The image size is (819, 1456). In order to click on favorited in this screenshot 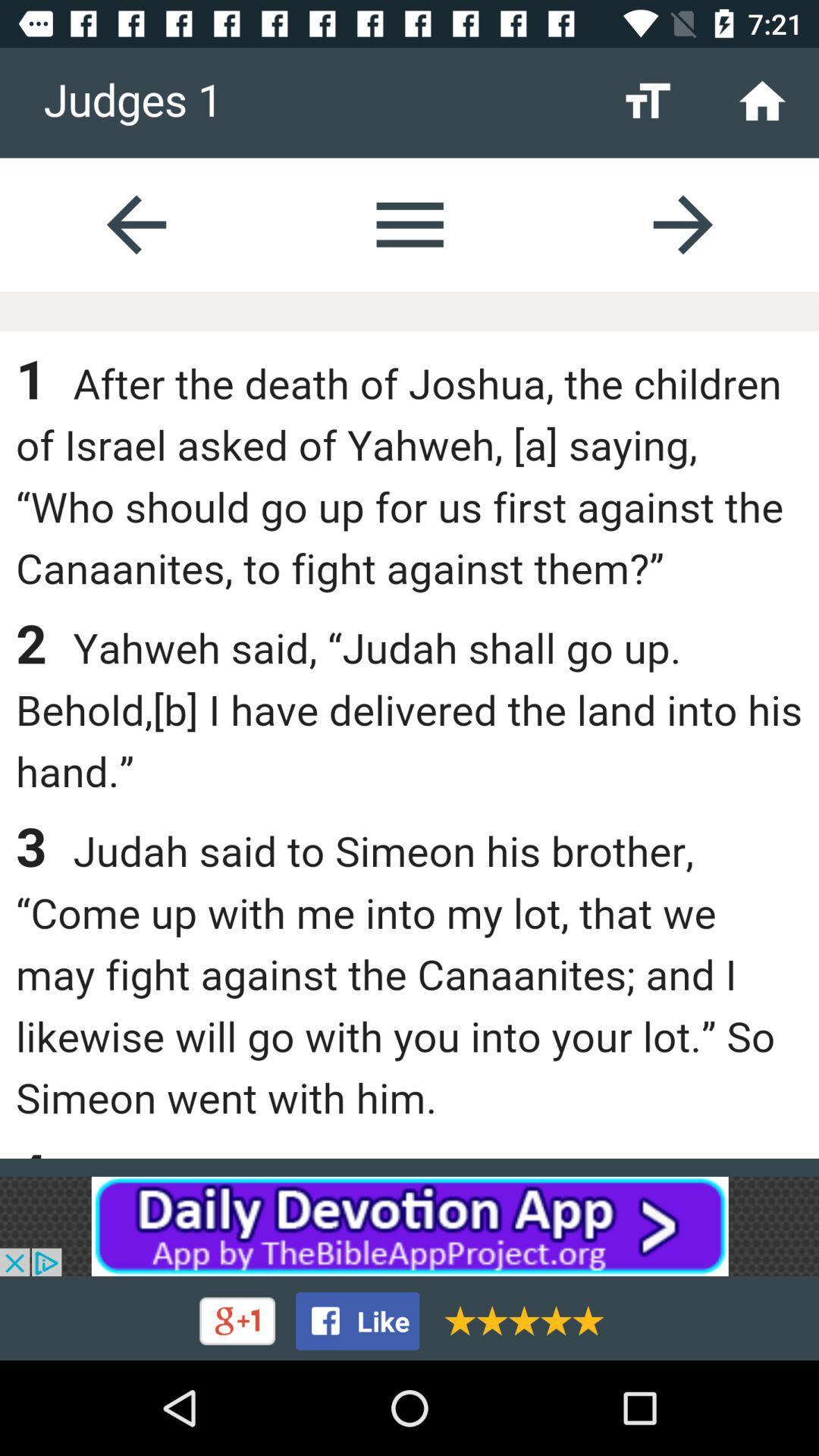, I will do `click(518, 1319)`.